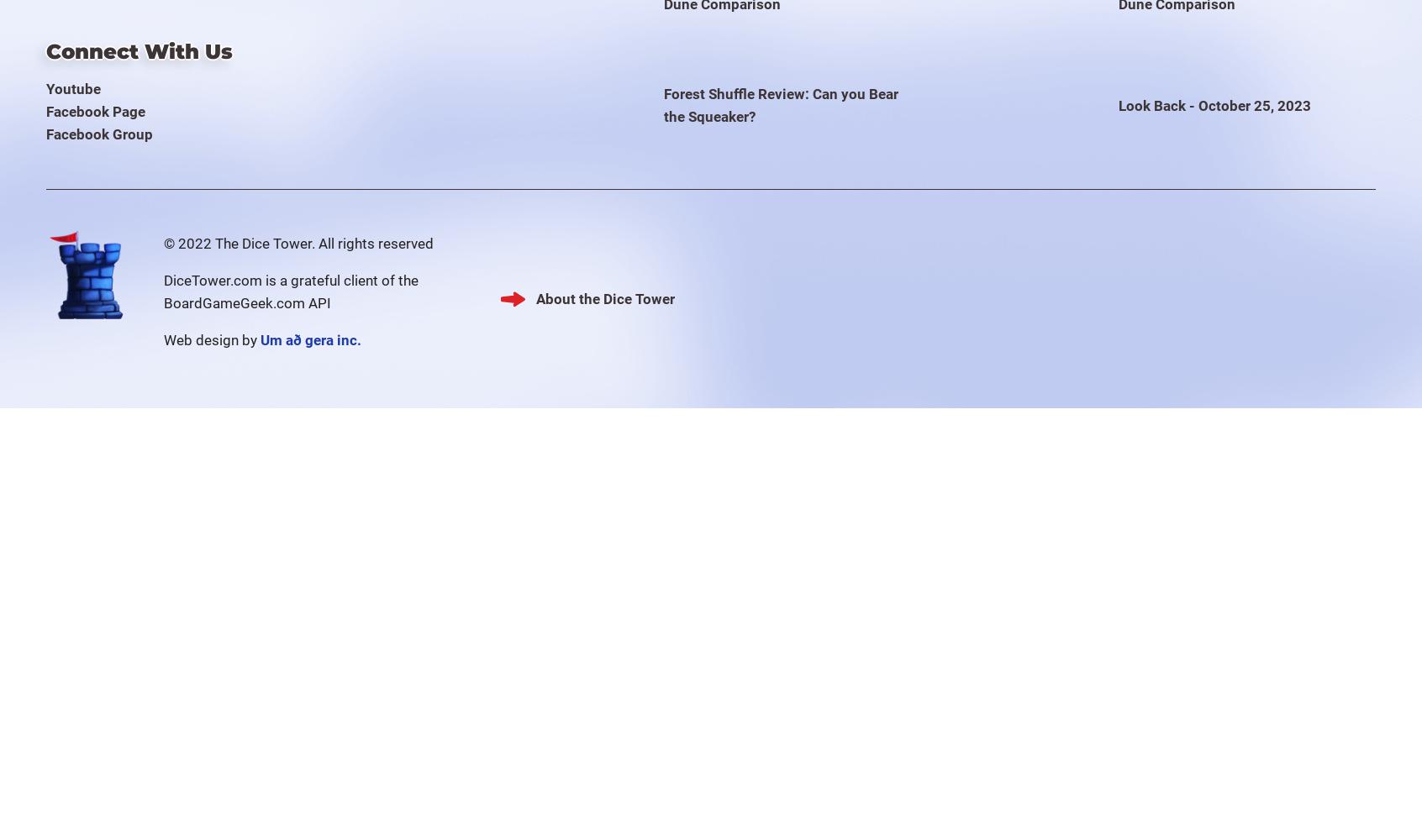 The image size is (1422, 840). What do you see at coordinates (98, 134) in the screenshot?
I see `'Facebook Group'` at bounding box center [98, 134].